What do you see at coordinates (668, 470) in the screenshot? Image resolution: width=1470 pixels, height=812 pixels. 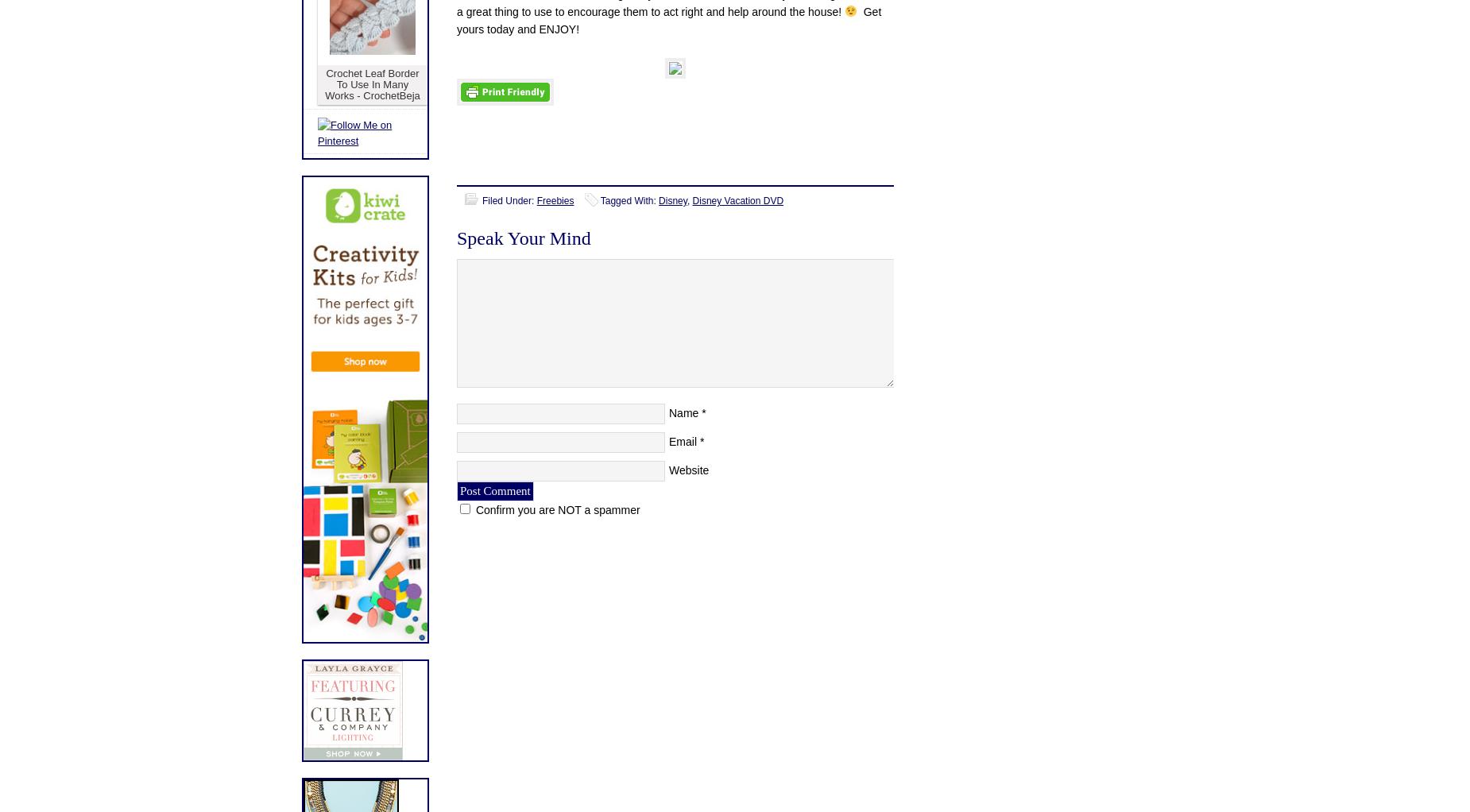 I see `'Website'` at bounding box center [668, 470].